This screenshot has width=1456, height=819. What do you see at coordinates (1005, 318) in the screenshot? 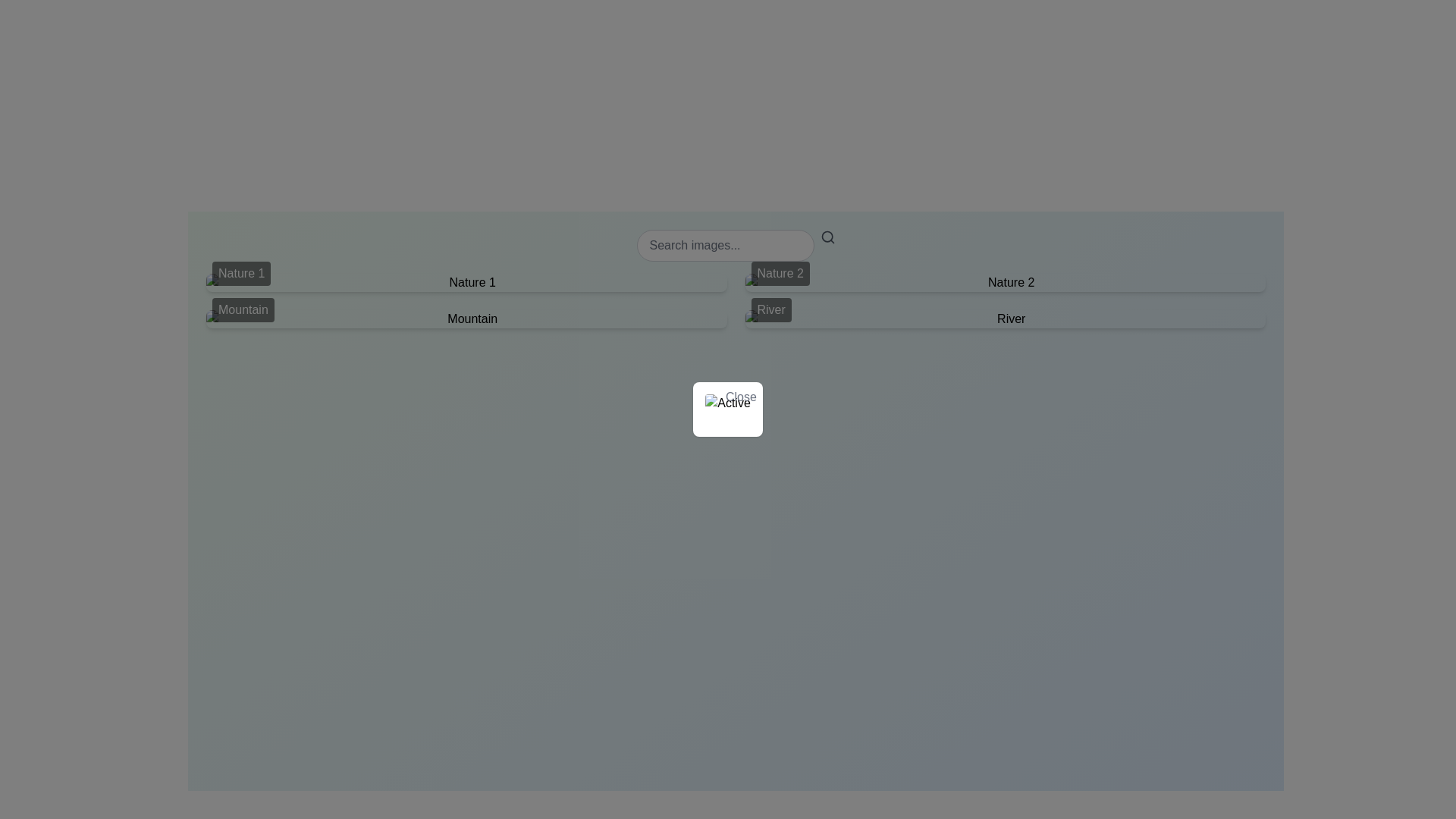
I see `the 'River' label that displays the text in black sans-serif font, located` at bounding box center [1005, 318].